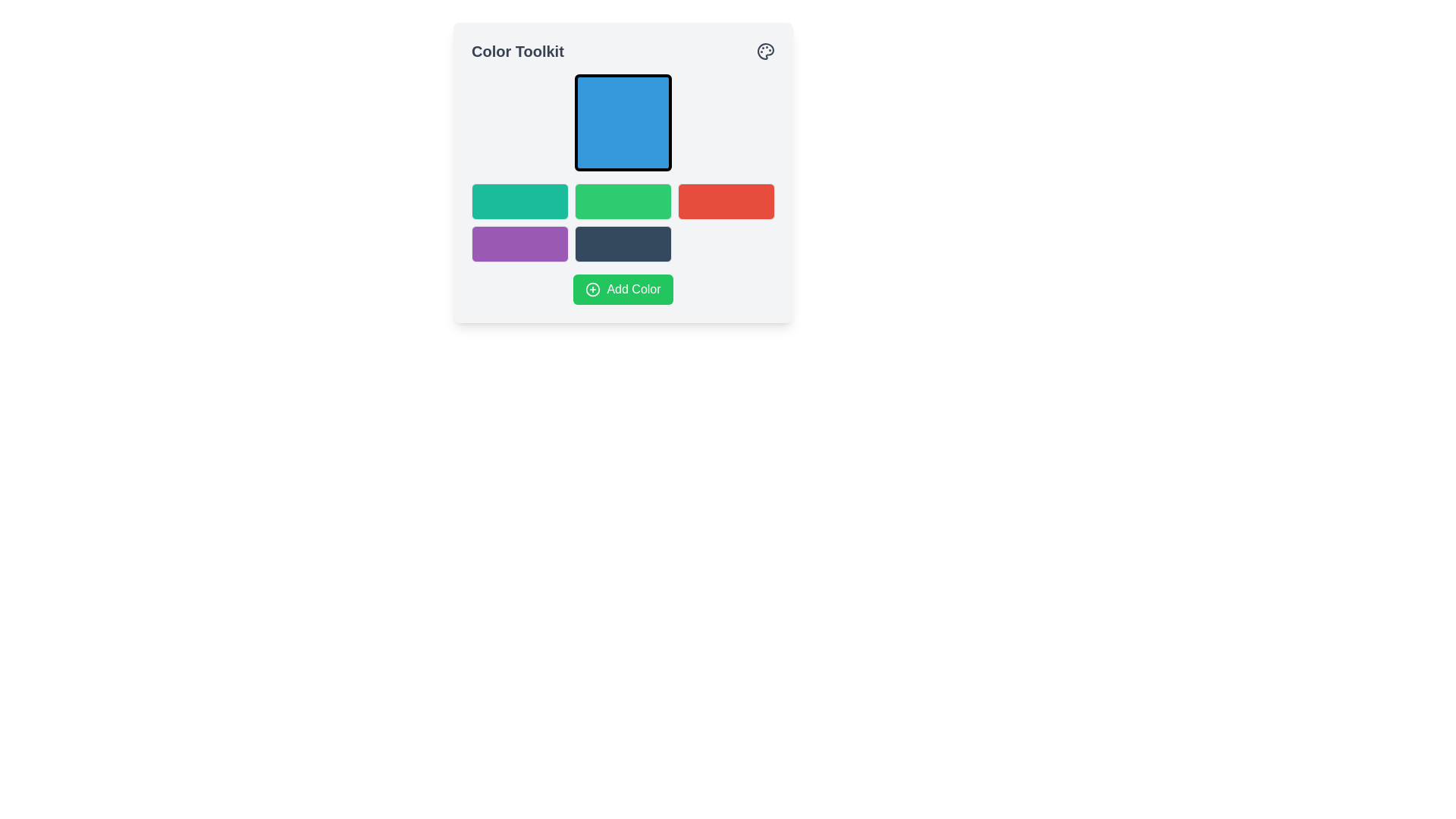  Describe the element at coordinates (726, 201) in the screenshot. I see `the bright red button located at the far right position of the top row in the button grid` at that location.